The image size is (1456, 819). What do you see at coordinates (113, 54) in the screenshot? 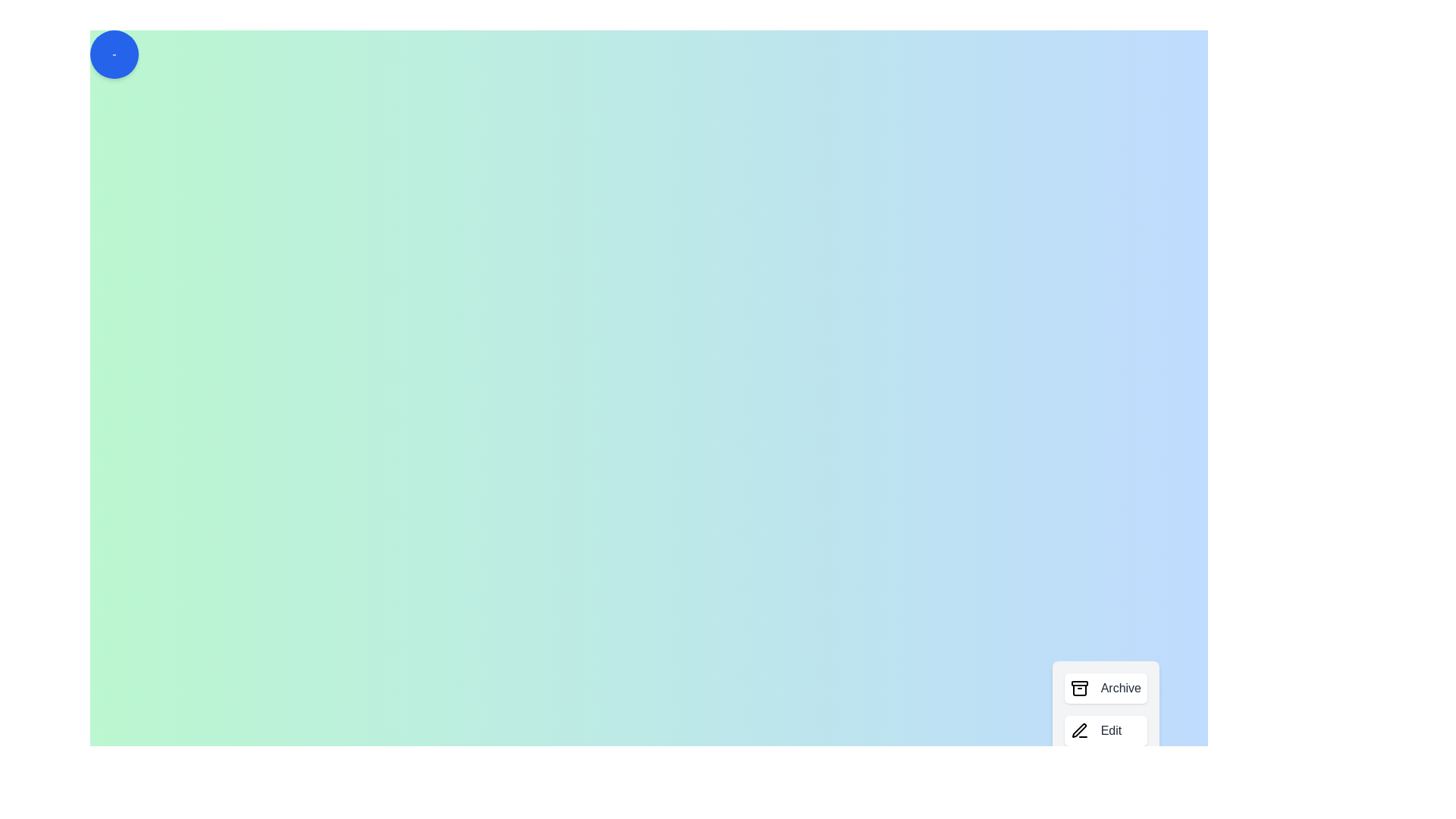
I see `the button located at the top-left corner of the interface, characterized by a hyphen symbol` at bounding box center [113, 54].